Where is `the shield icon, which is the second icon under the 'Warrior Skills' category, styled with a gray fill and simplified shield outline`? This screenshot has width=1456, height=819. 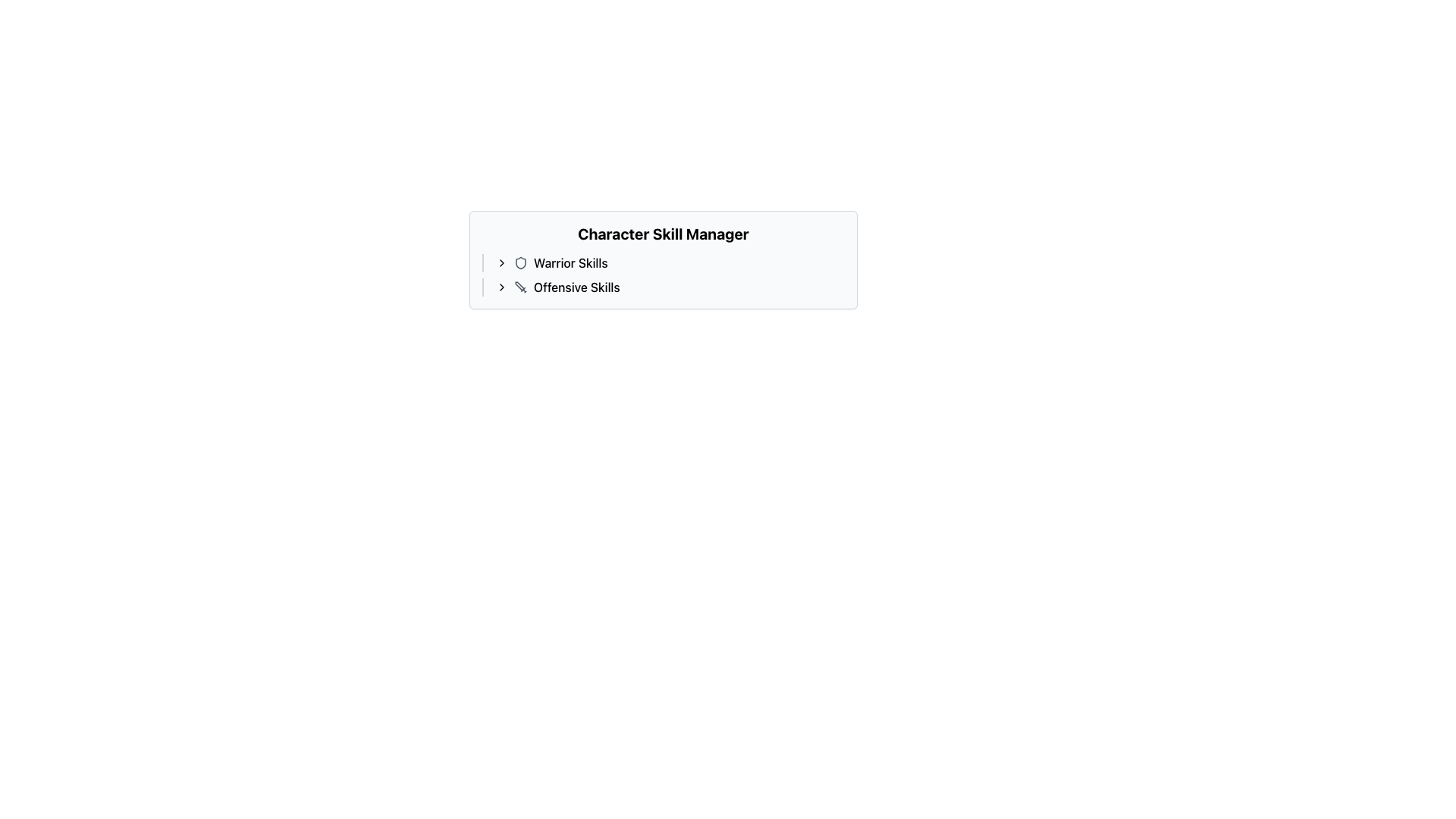 the shield icon, which is the second icon under the 'Warrior Skills' category, styled with a gray fill and simplified shield outline is located at coordinates (520, 262).